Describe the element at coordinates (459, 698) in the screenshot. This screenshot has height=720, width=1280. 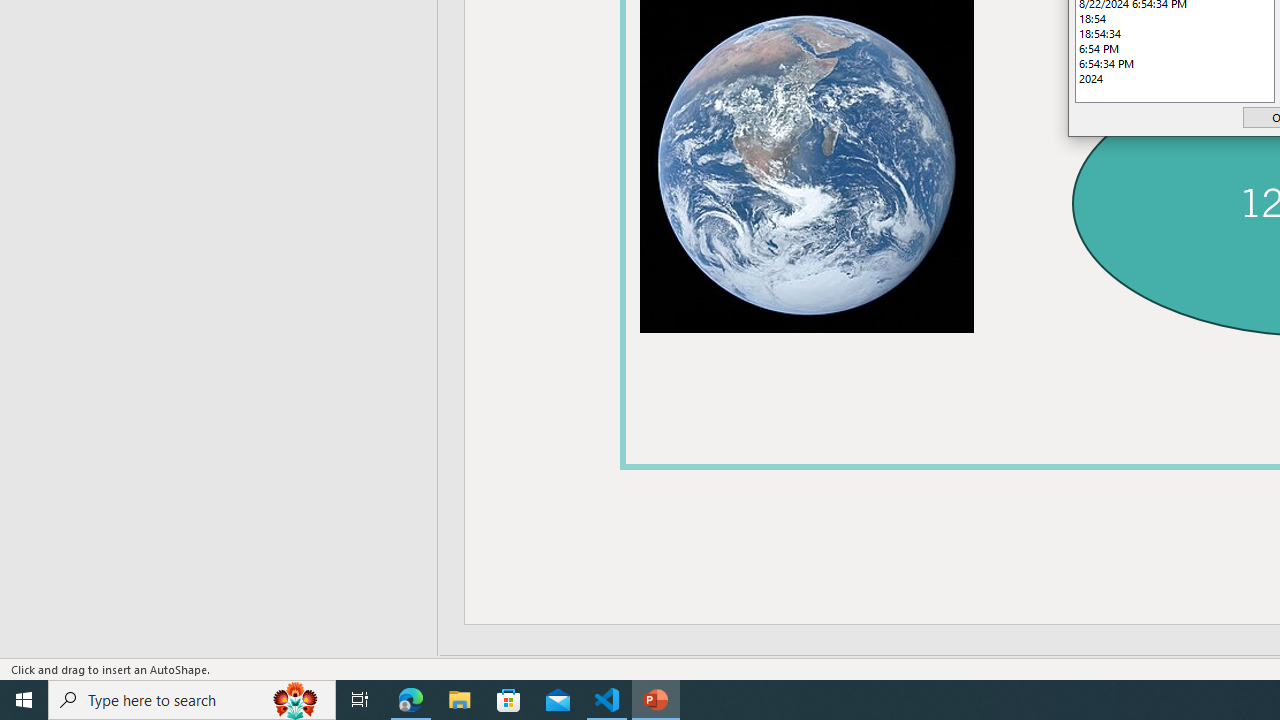
I see `'File Explorer'` at that location.